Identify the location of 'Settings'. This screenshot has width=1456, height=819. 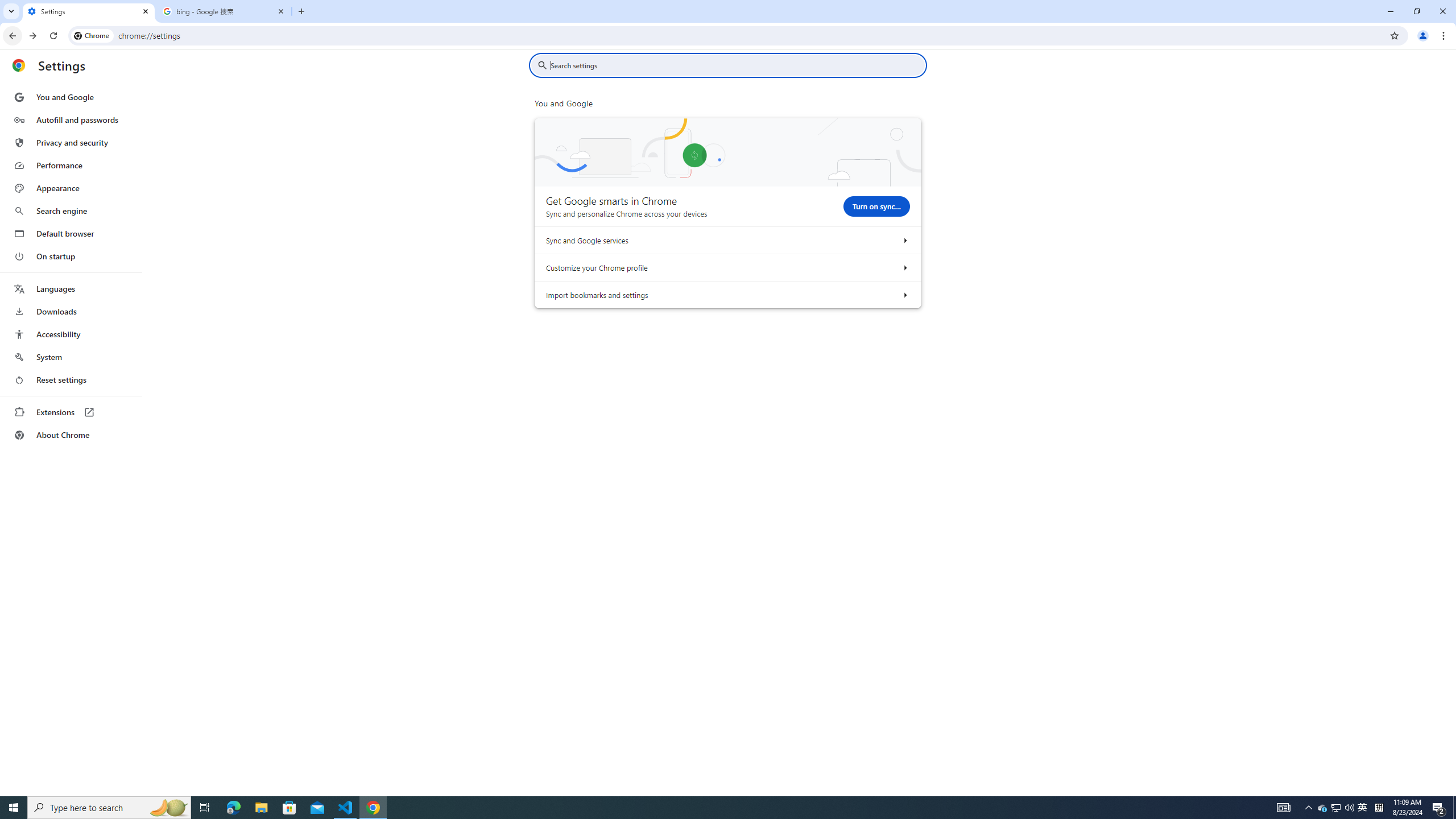
(88, 11).